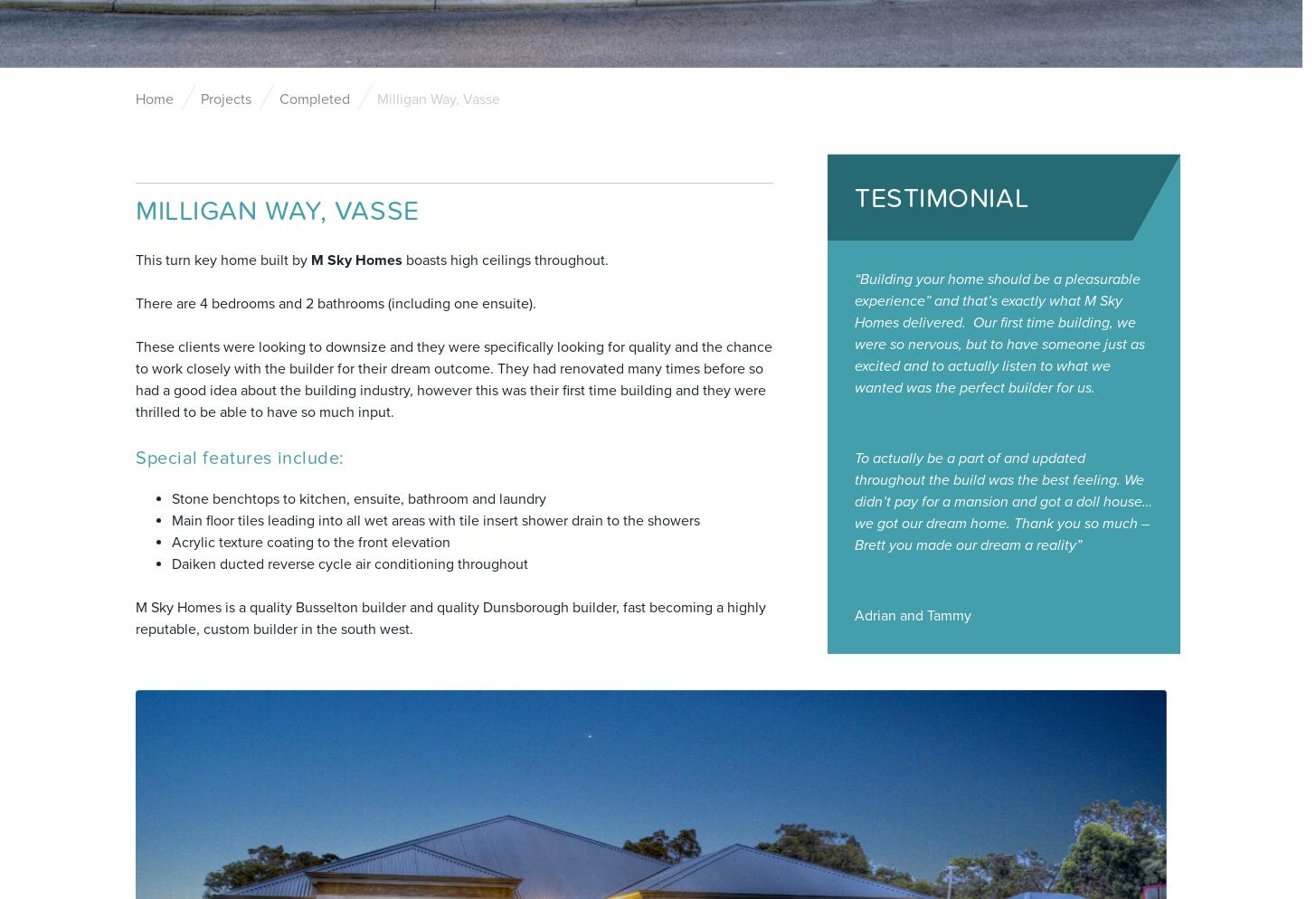 Image resolution: width=1316 pixels, height=899 pixels. Describe the element at coordinates (154, 98) in the screenshot. I see `'Home'` at that location.